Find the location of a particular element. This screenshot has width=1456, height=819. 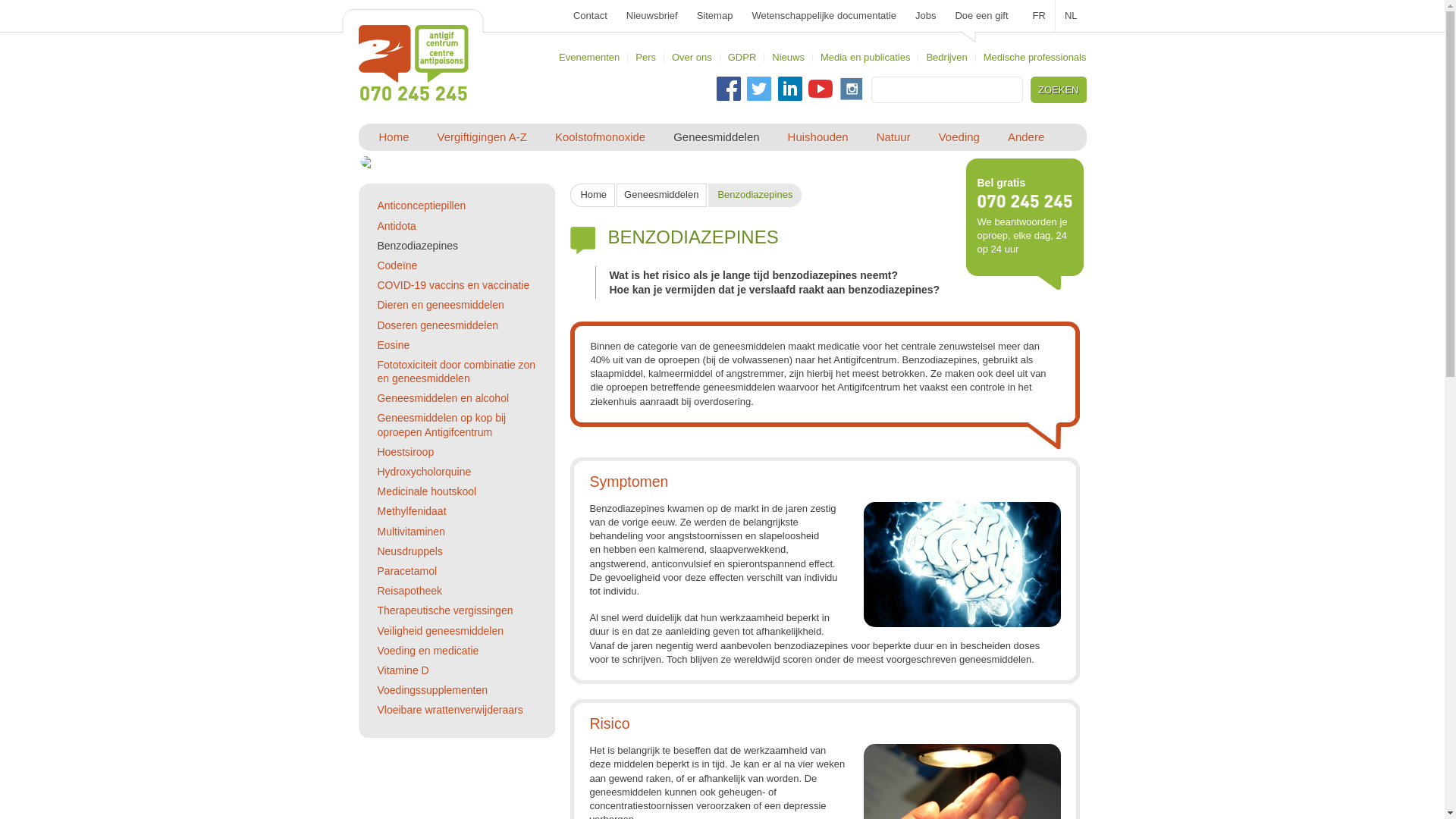

'Reisapotheek' is located at coordinates (409, 590).